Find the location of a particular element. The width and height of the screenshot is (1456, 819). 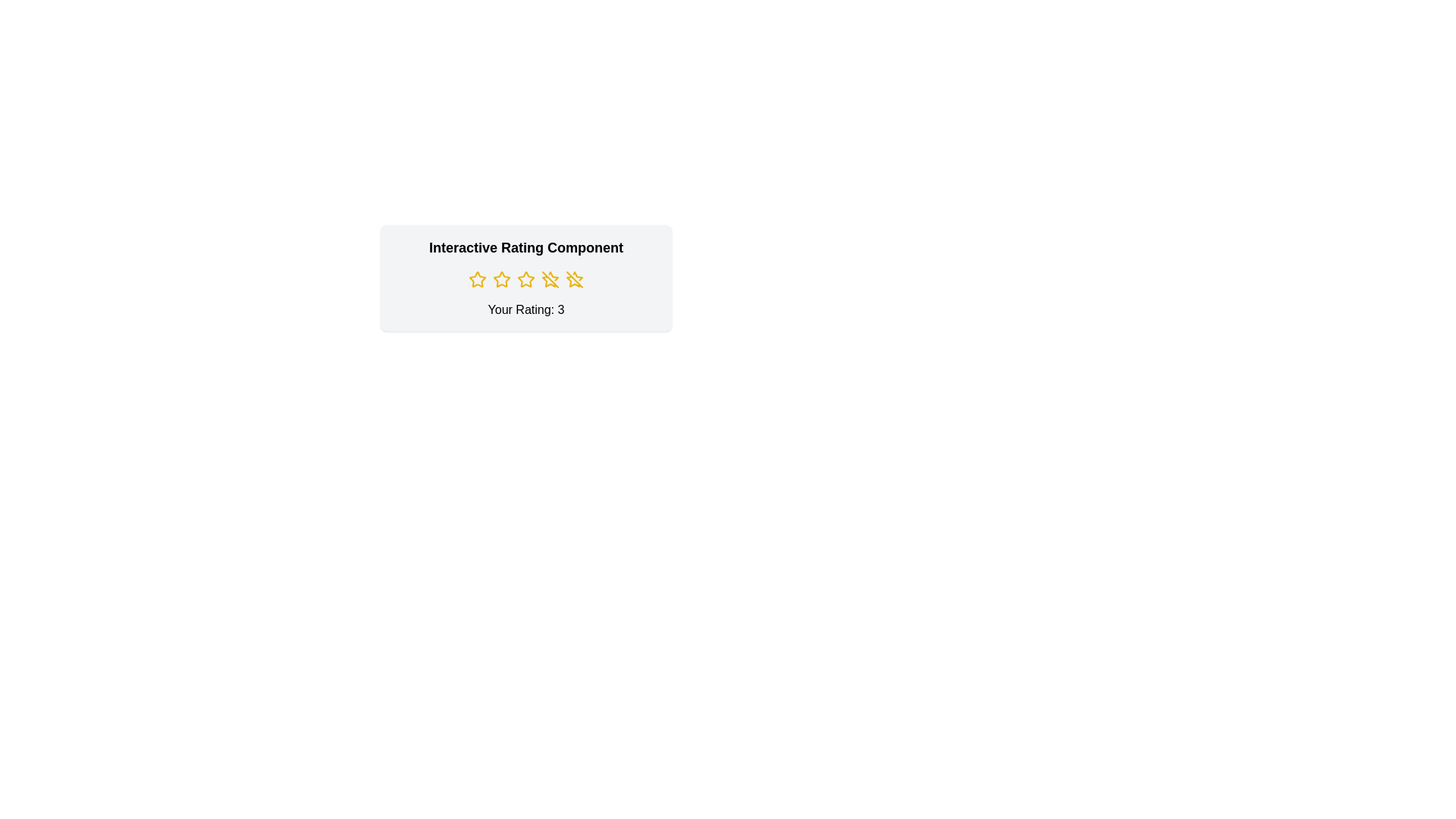

the star corresponding to the desired rating 4 is located at coordinates (549, 280).